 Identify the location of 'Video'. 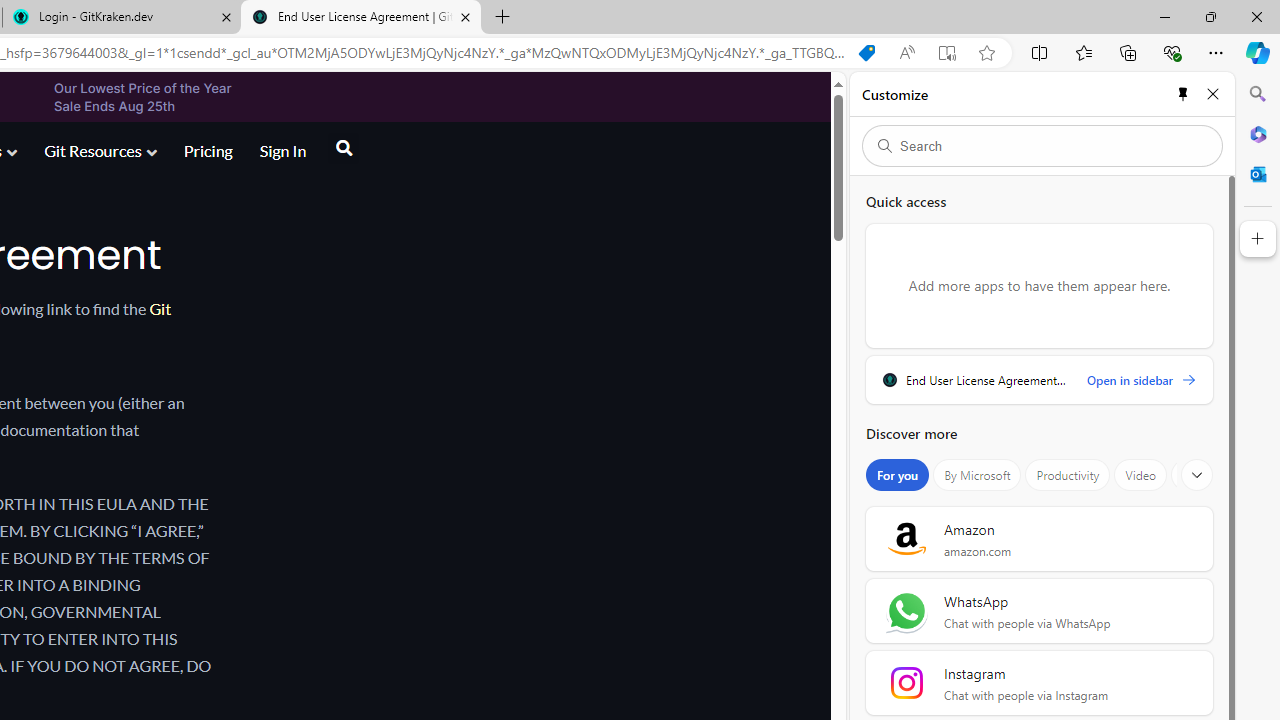
(1140, 475).